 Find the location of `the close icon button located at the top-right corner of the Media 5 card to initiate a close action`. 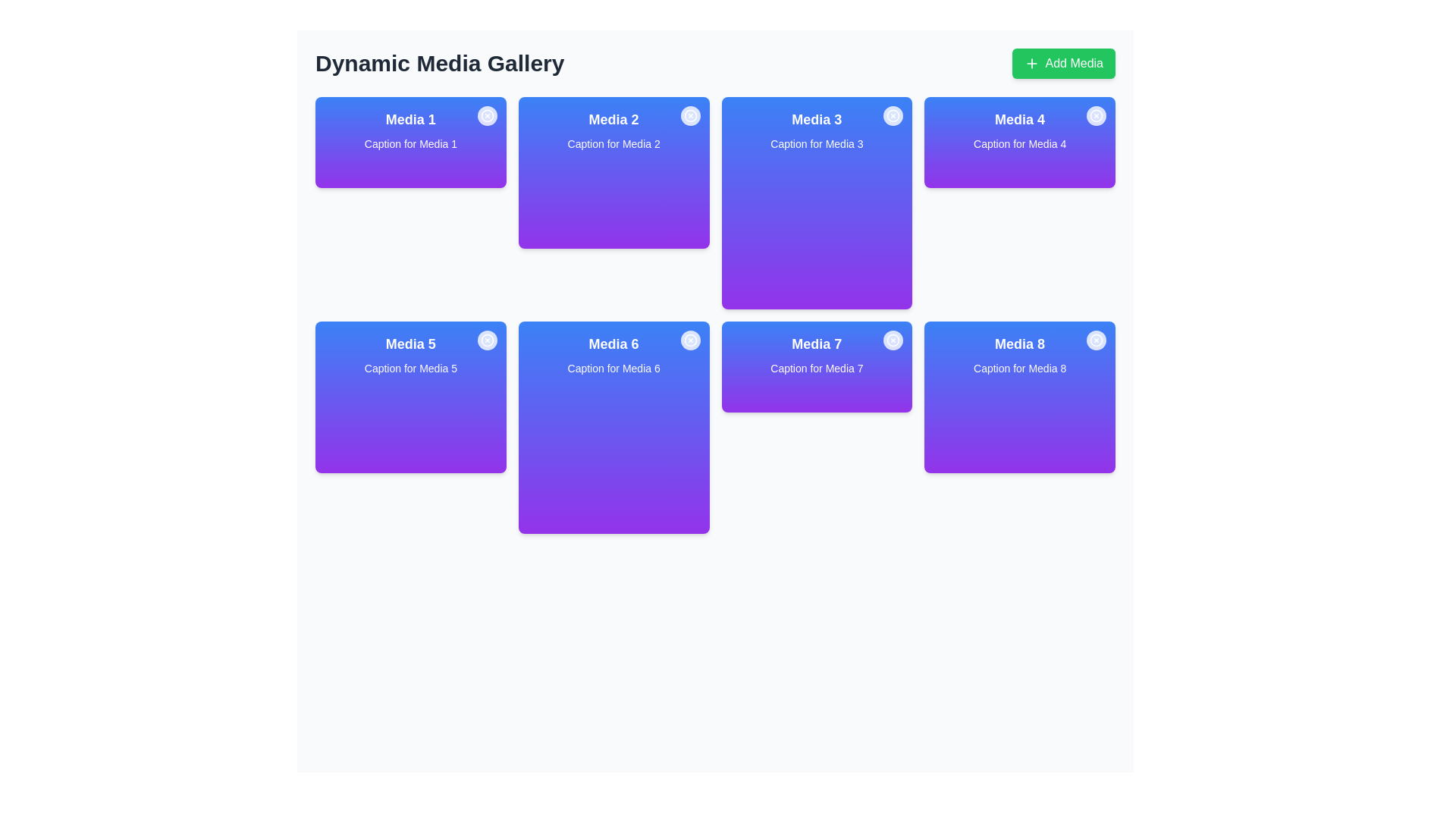

the close icon button located at the top-right corner of the Media 5 card to initiate a close action is located at coordinates (487, 339).